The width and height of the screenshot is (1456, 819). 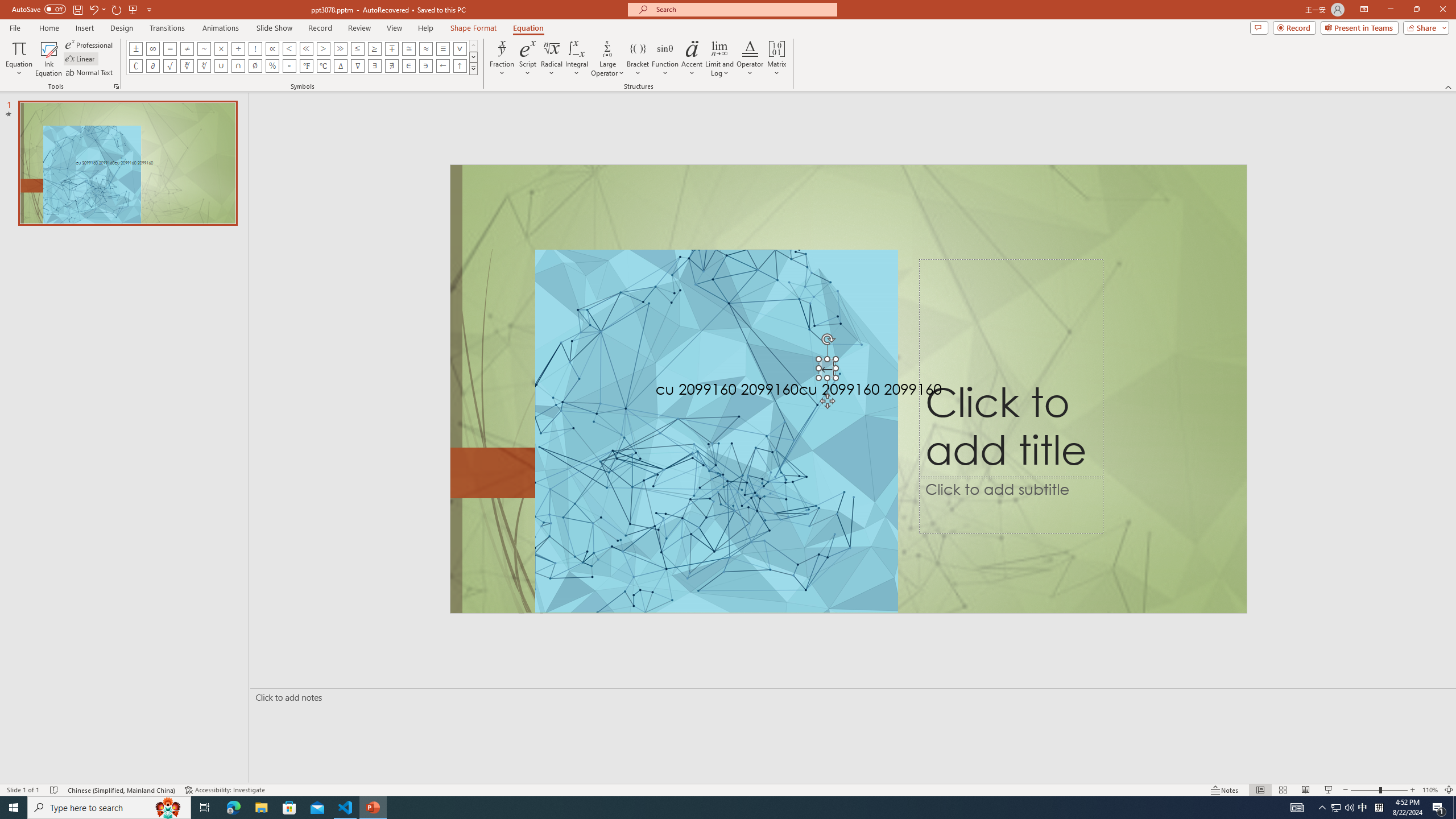 What do you see at coordinates (425, 48) in the screenshot?
I see `'Equation Symbol Almost Equal To (Asymptotic To)'` at bounding box center [425, 48].